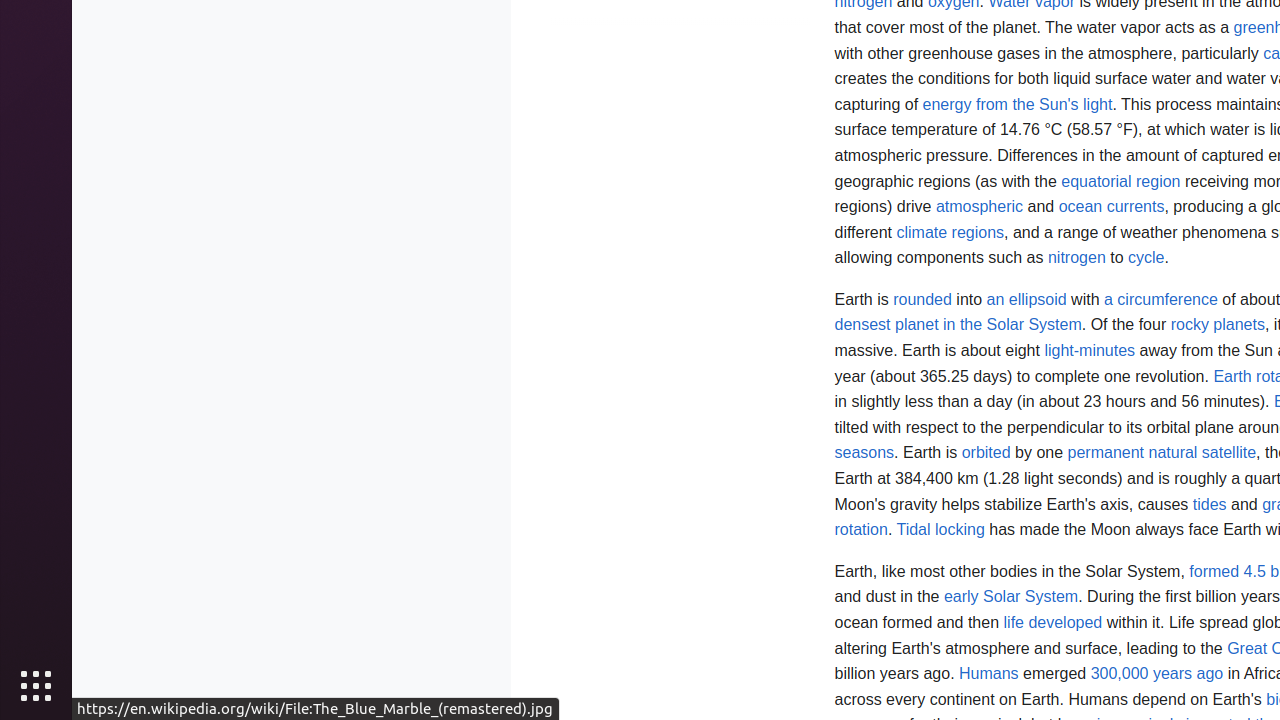 The width and height of the screenshot is (1280, 720). Describe the element at coordinates (1216, 324) in the screenshot. I see `'rocky planets'` at that location.